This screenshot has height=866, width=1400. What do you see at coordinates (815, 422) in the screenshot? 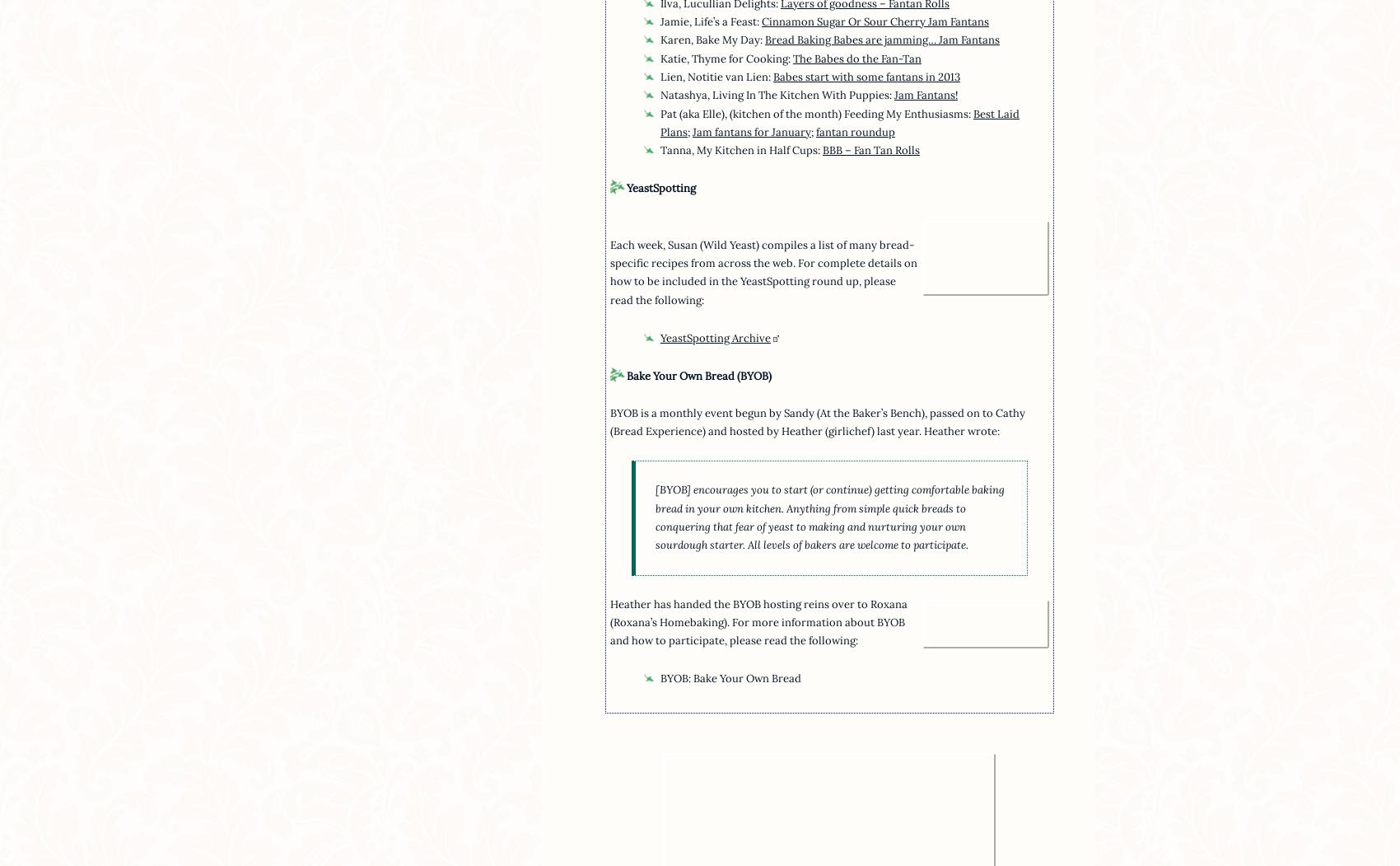
I see `'BYOB is a monthly event begun by Sandy (At the Baker’s Bench), passed on to Cathy (Bread Experience) and hosted by Heather (girlichef) last year. Heather wrote:'` at bounding box center [815, 422].